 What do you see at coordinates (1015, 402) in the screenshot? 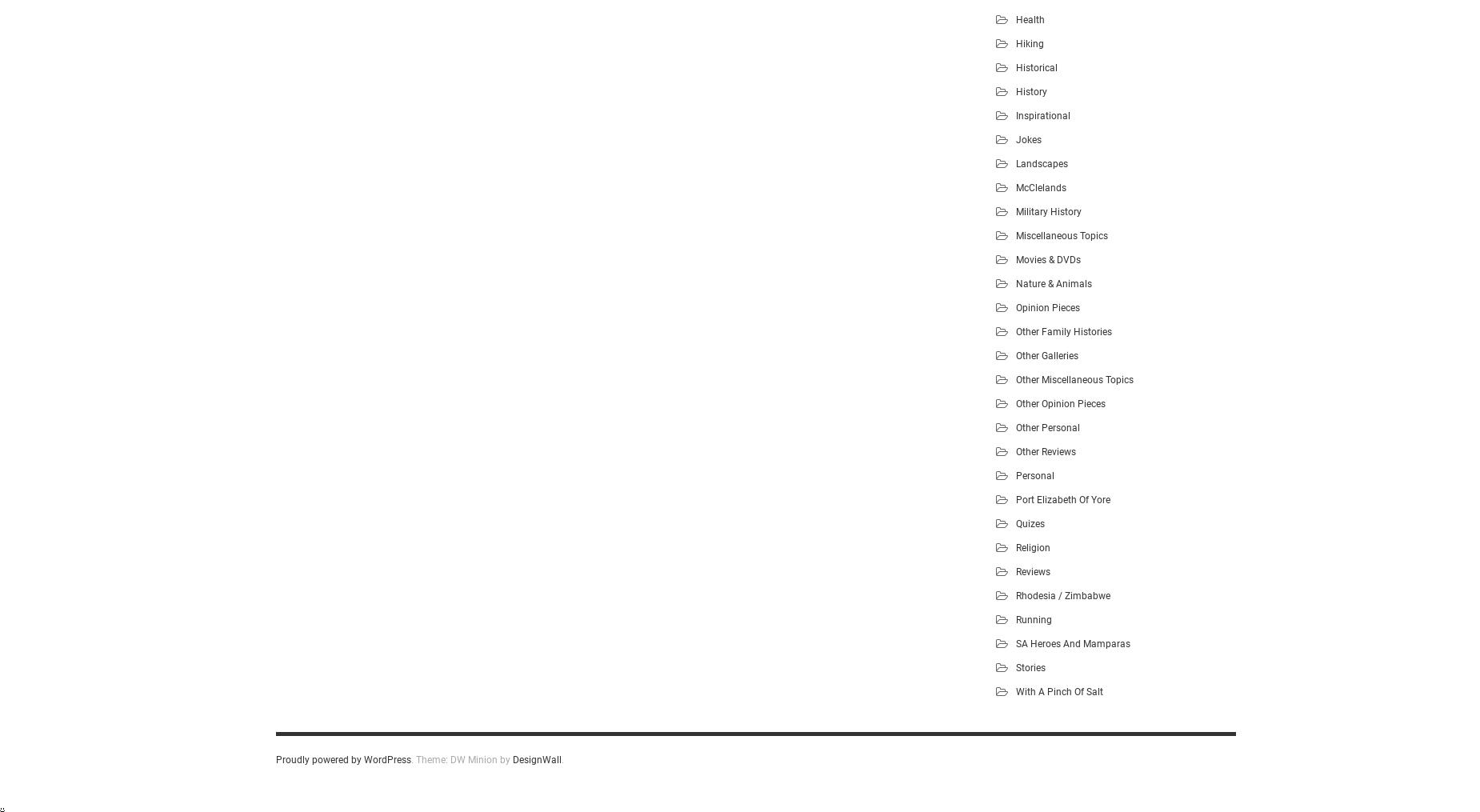
I see `'Other Opinion Pieces'` at bounding box center [1015, 402].